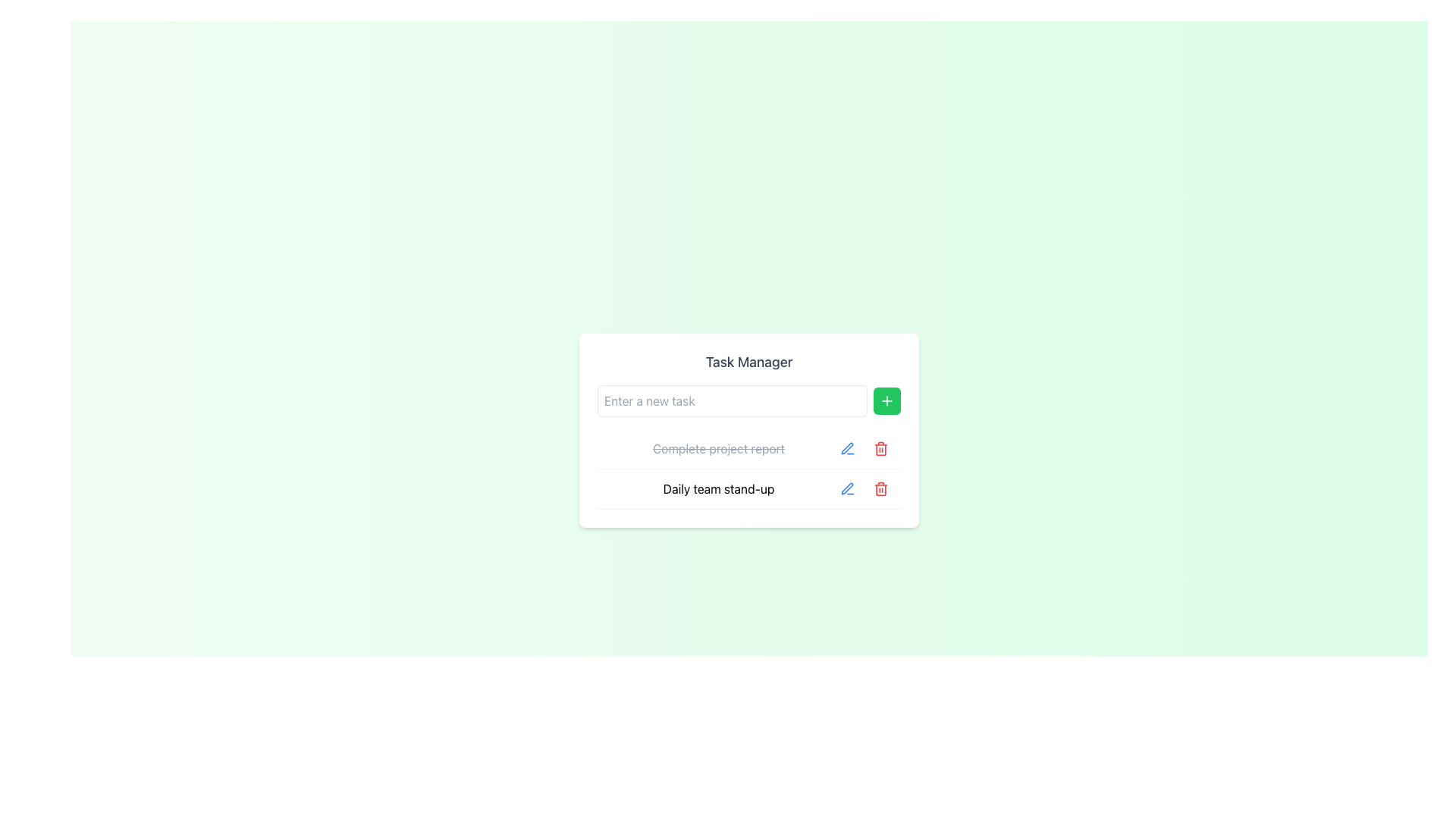 The image size is (1456, 819). Describe the element at coordinates (749, 362) in the screenshot. I see `text label at the top of the white card that serves as a section header for the task input area` at that location.